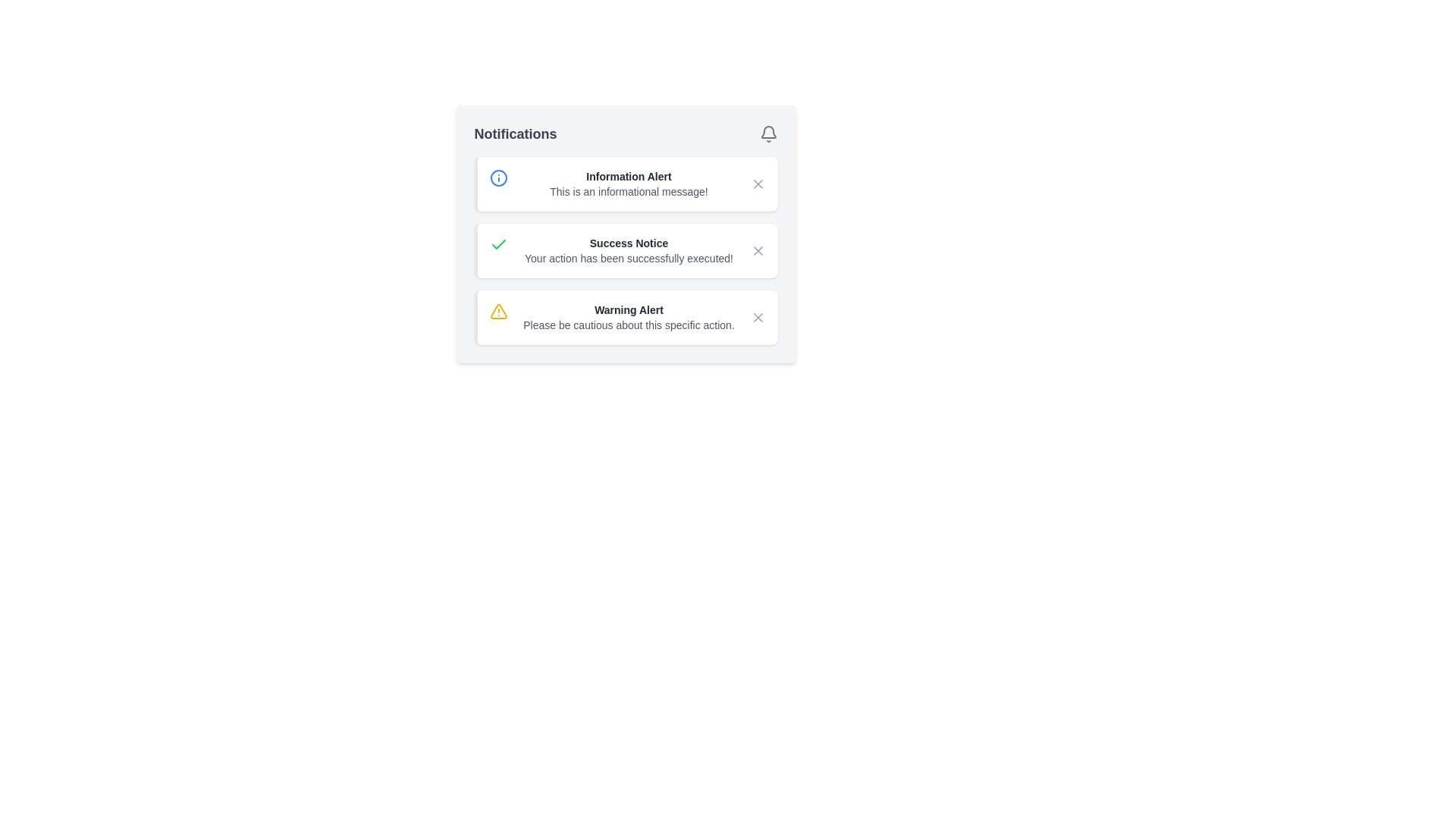 The height and width of the screenshot is (819, 1456). I want to click on the first notification item in the notification panel, which provides a non-critical informative alert, so click(629, 184).